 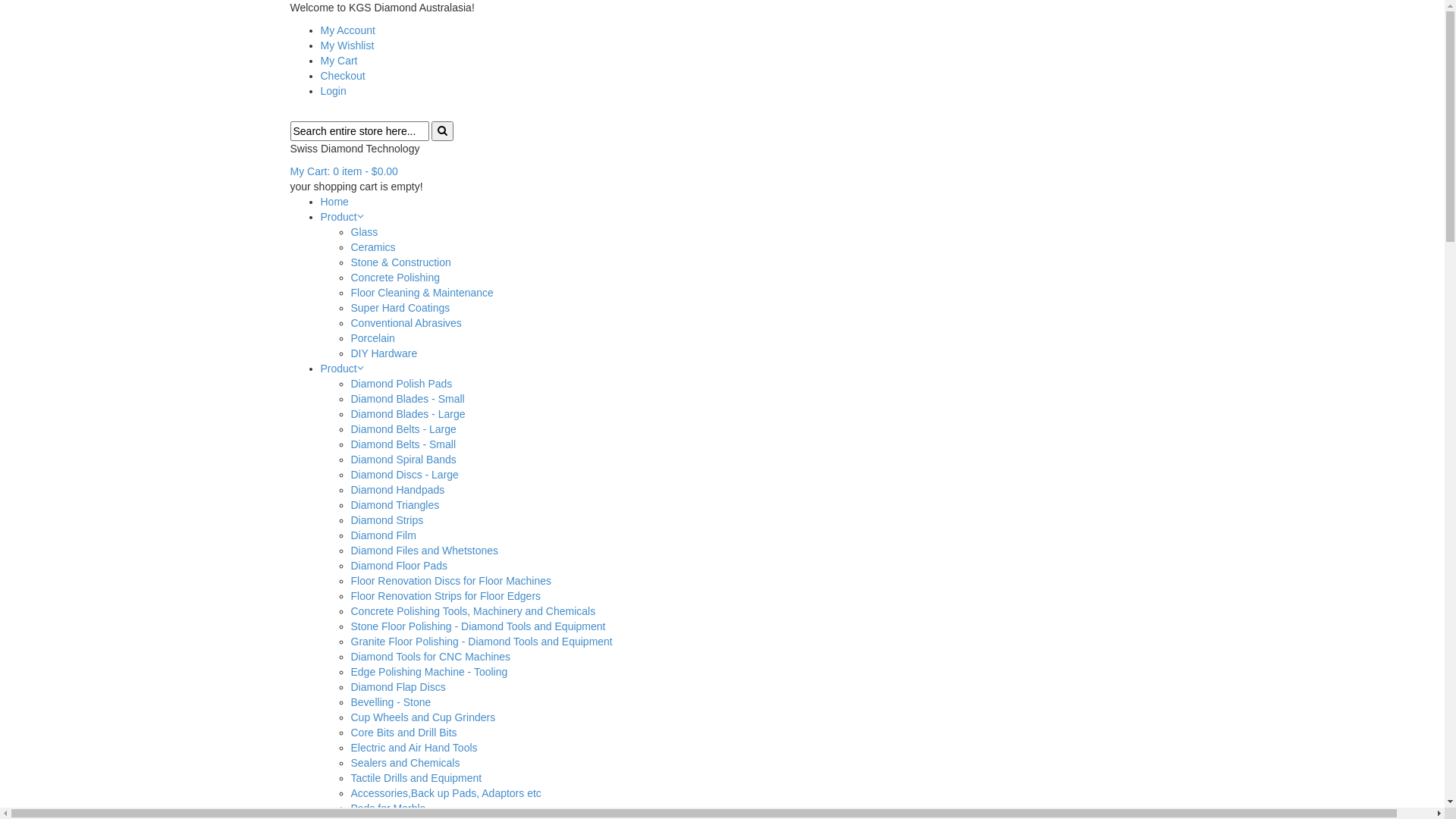 I want to click on 'Concrete Polishing Tools, Machinery and Chemicals', so click(x=472, y=610).